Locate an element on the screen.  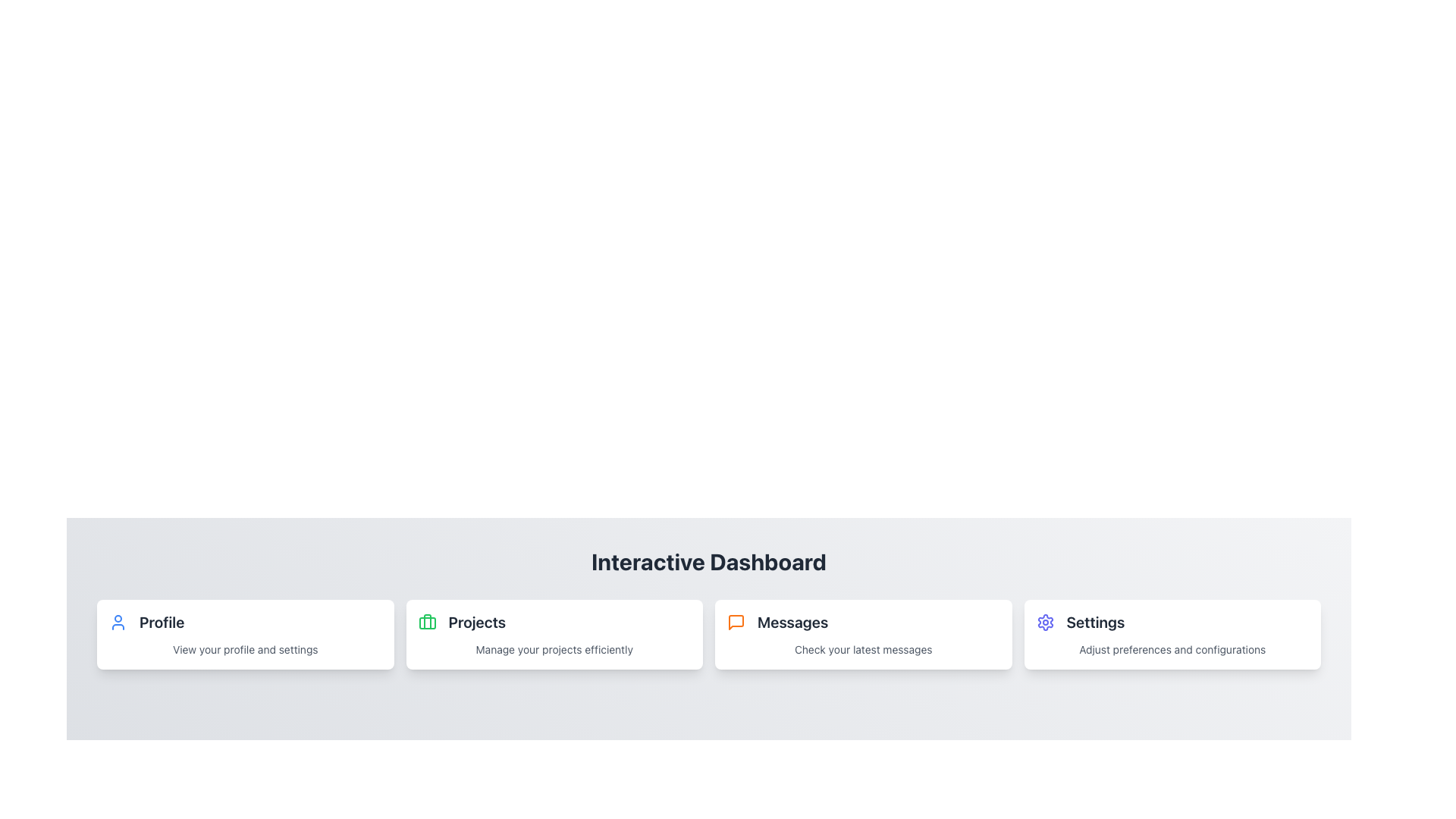
text label displaying 'Projects', which is styled with a bold and enlarged font, located centrally in the dashboard interface to understand the section's purpose is located at coordinates (476, 623).